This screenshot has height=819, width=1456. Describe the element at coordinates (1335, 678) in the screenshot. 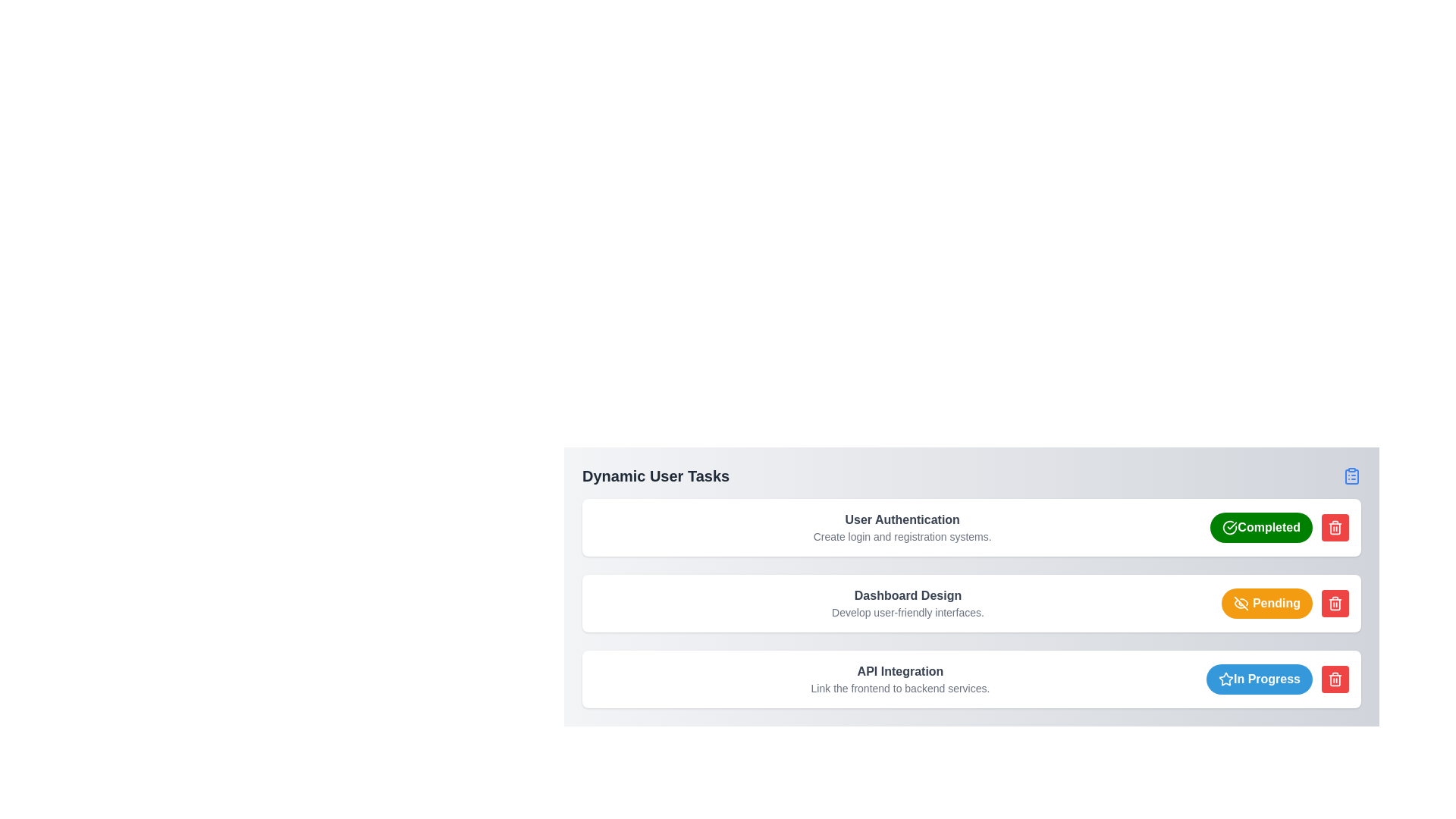

I see `the delete button located at the rightmost position in the 'API Integration' row, adjacent to the 'In Progress' status badge` at that location.